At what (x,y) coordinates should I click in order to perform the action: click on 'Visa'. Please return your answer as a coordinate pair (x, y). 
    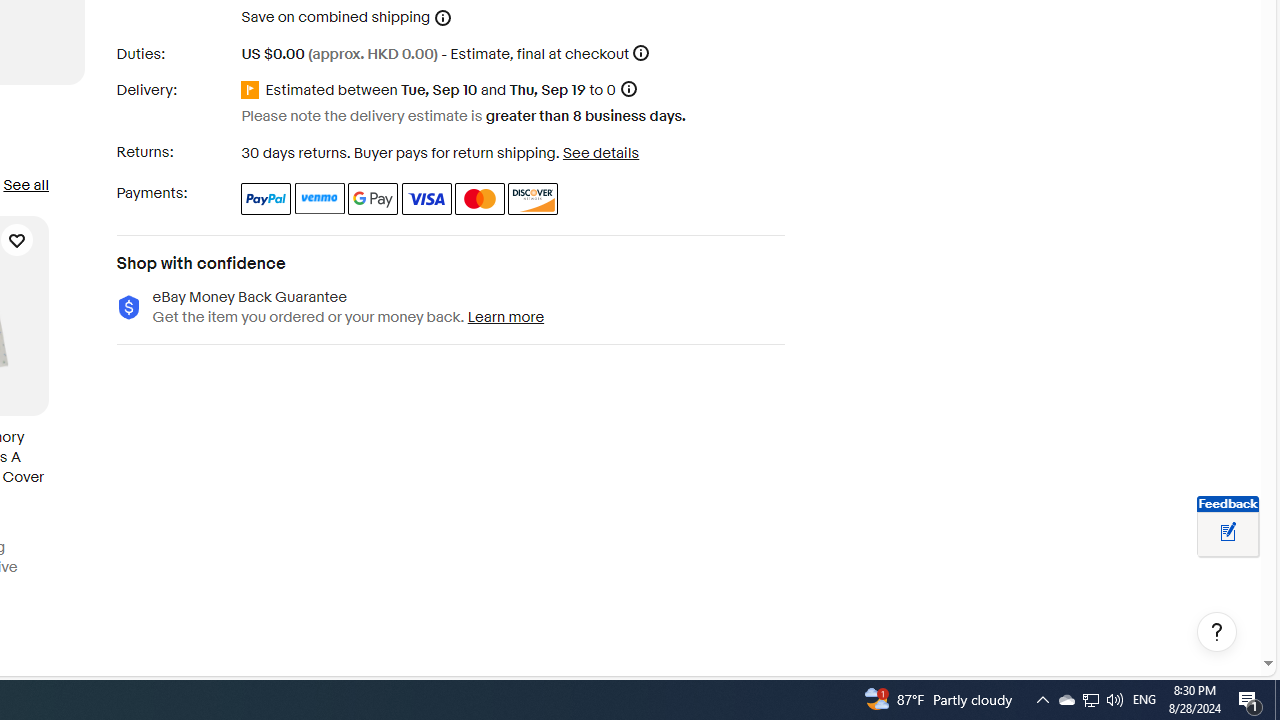
    Looking at the image, I should click on (425, 198).